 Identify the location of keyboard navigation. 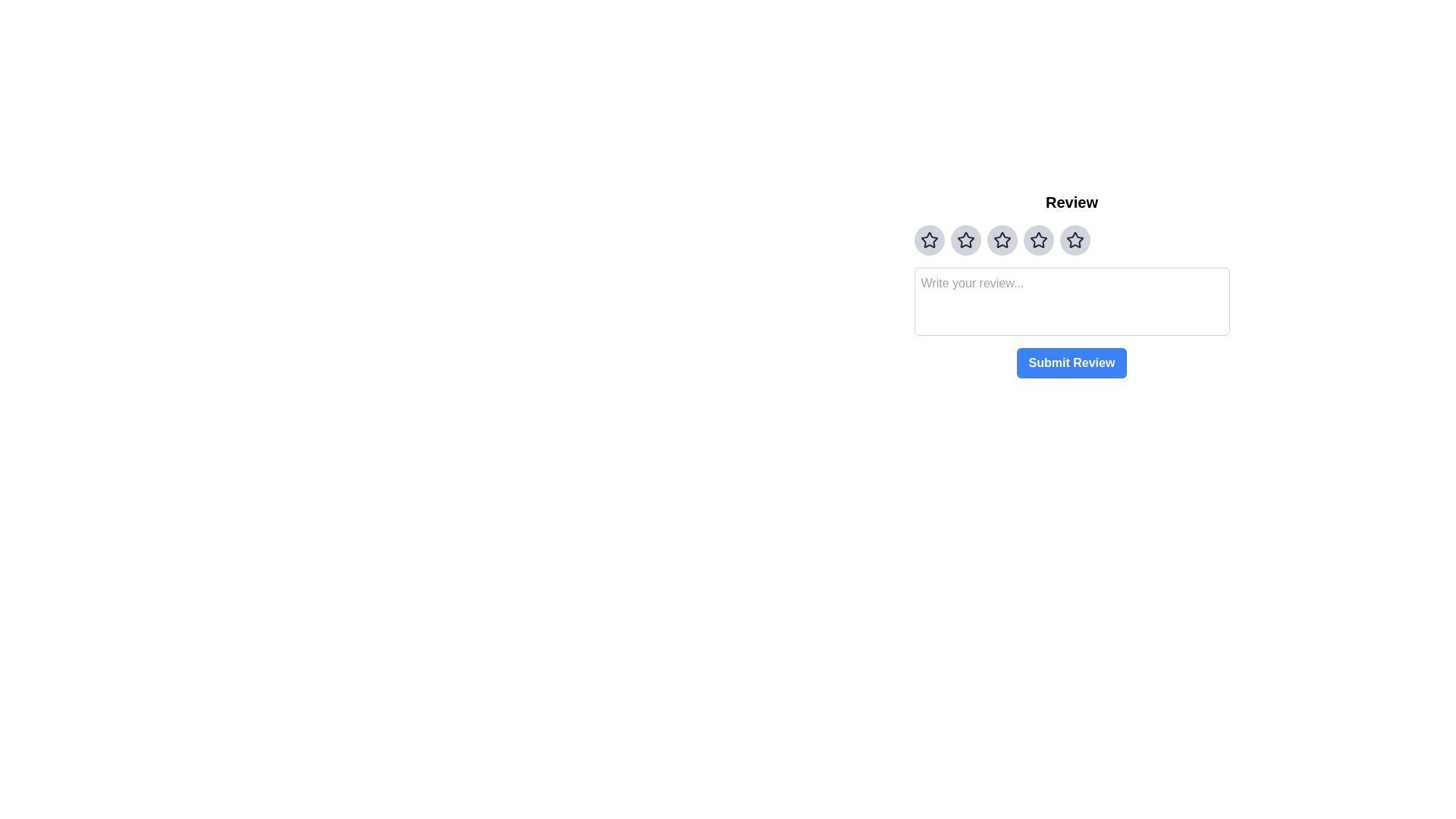
(928, 239).